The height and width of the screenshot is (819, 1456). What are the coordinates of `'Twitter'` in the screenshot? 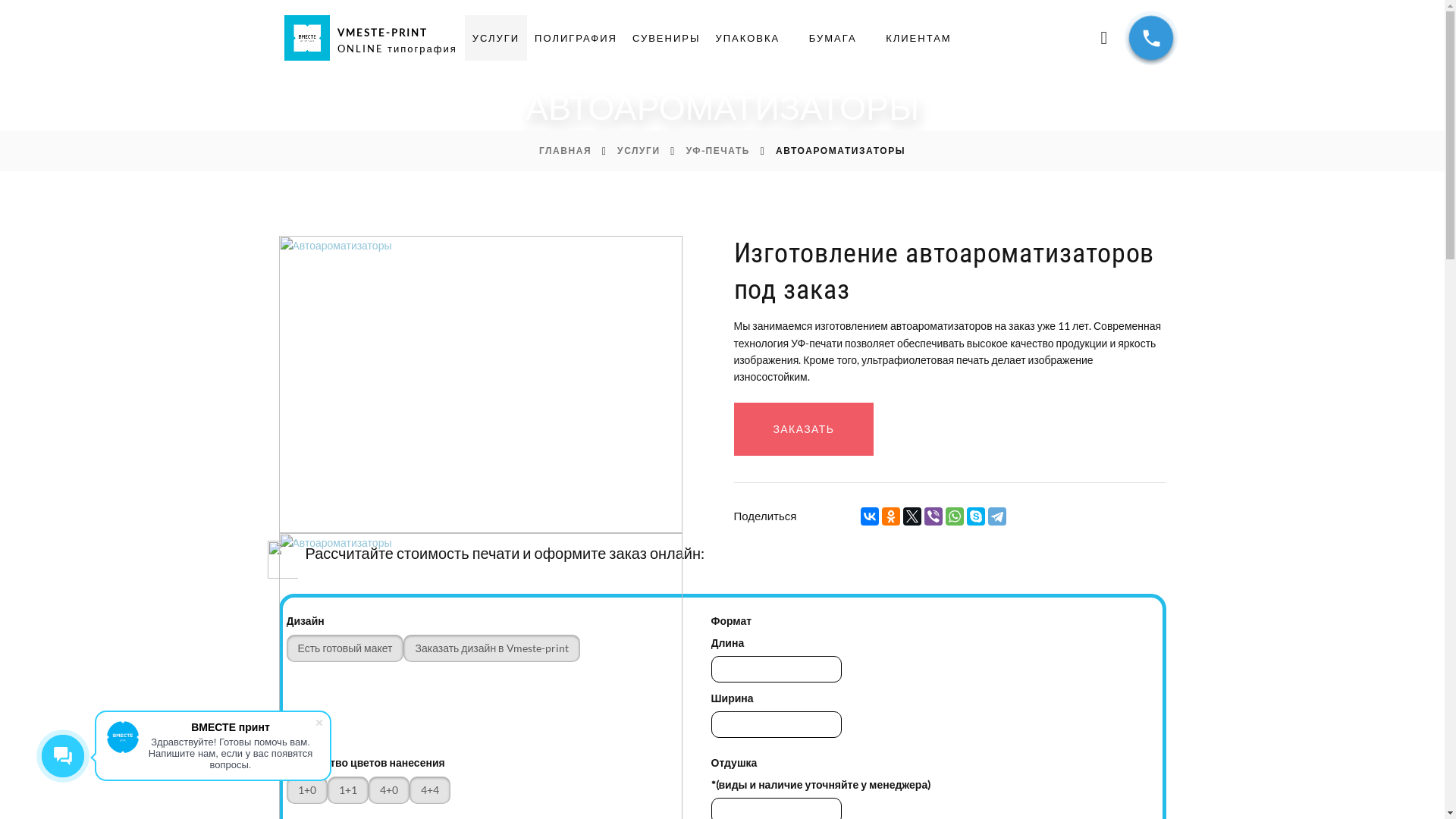 It's located at (902, 516).